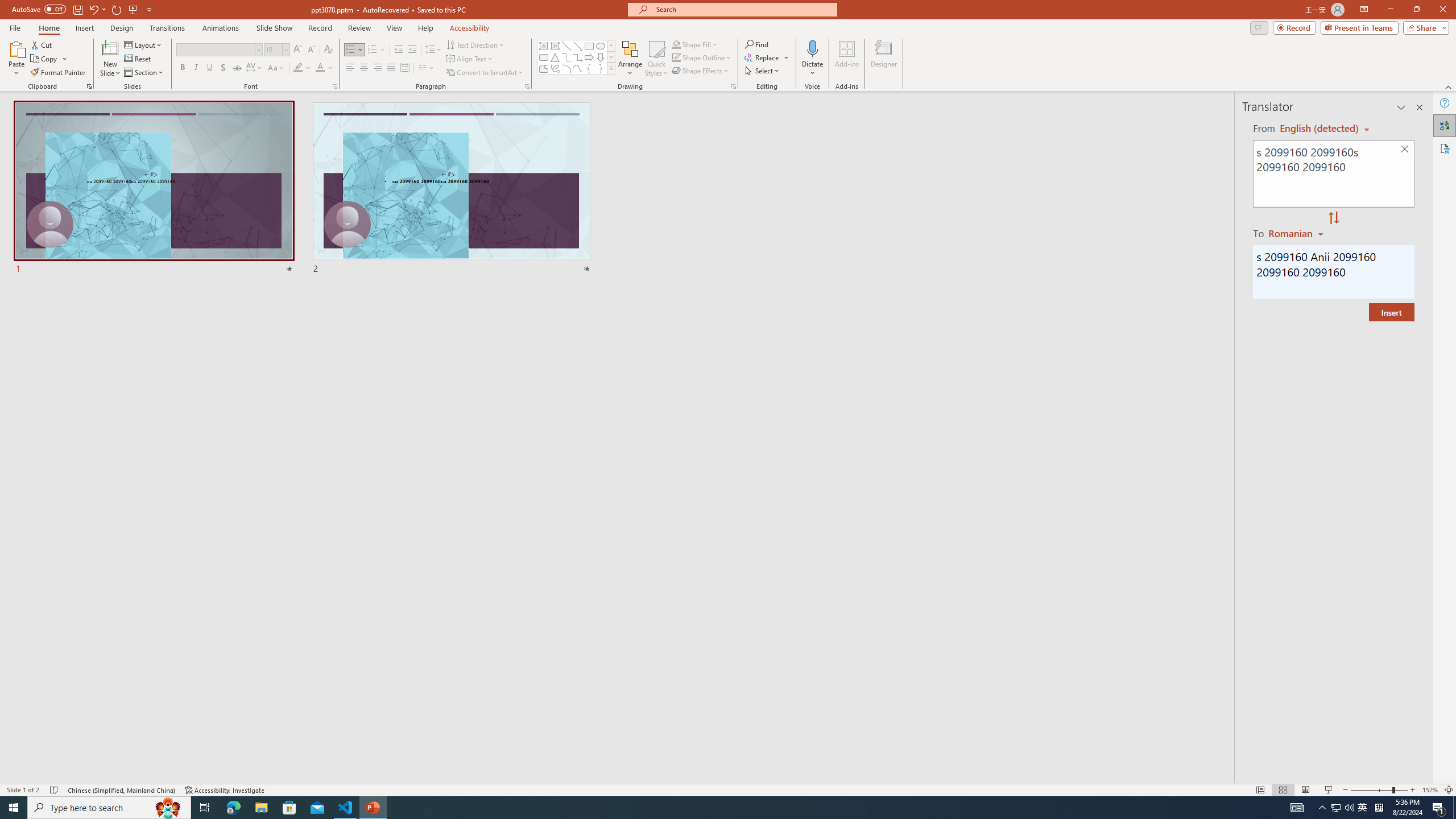 The image size is (1456, 819). I want to click on 'Zoom 152%', so click(1430, 790).